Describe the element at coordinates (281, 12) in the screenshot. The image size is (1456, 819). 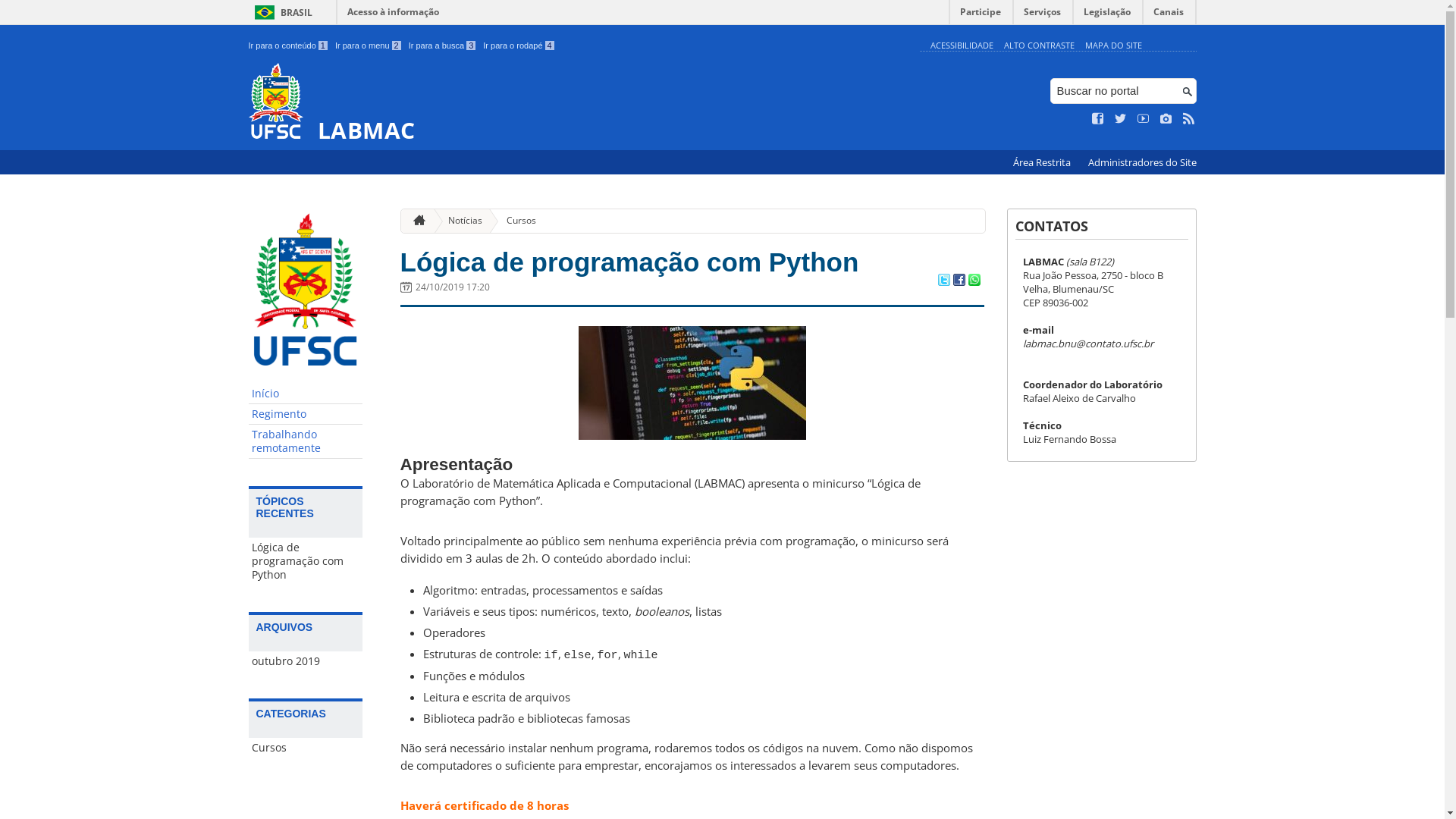
I see `'BRASIL'` at that location.